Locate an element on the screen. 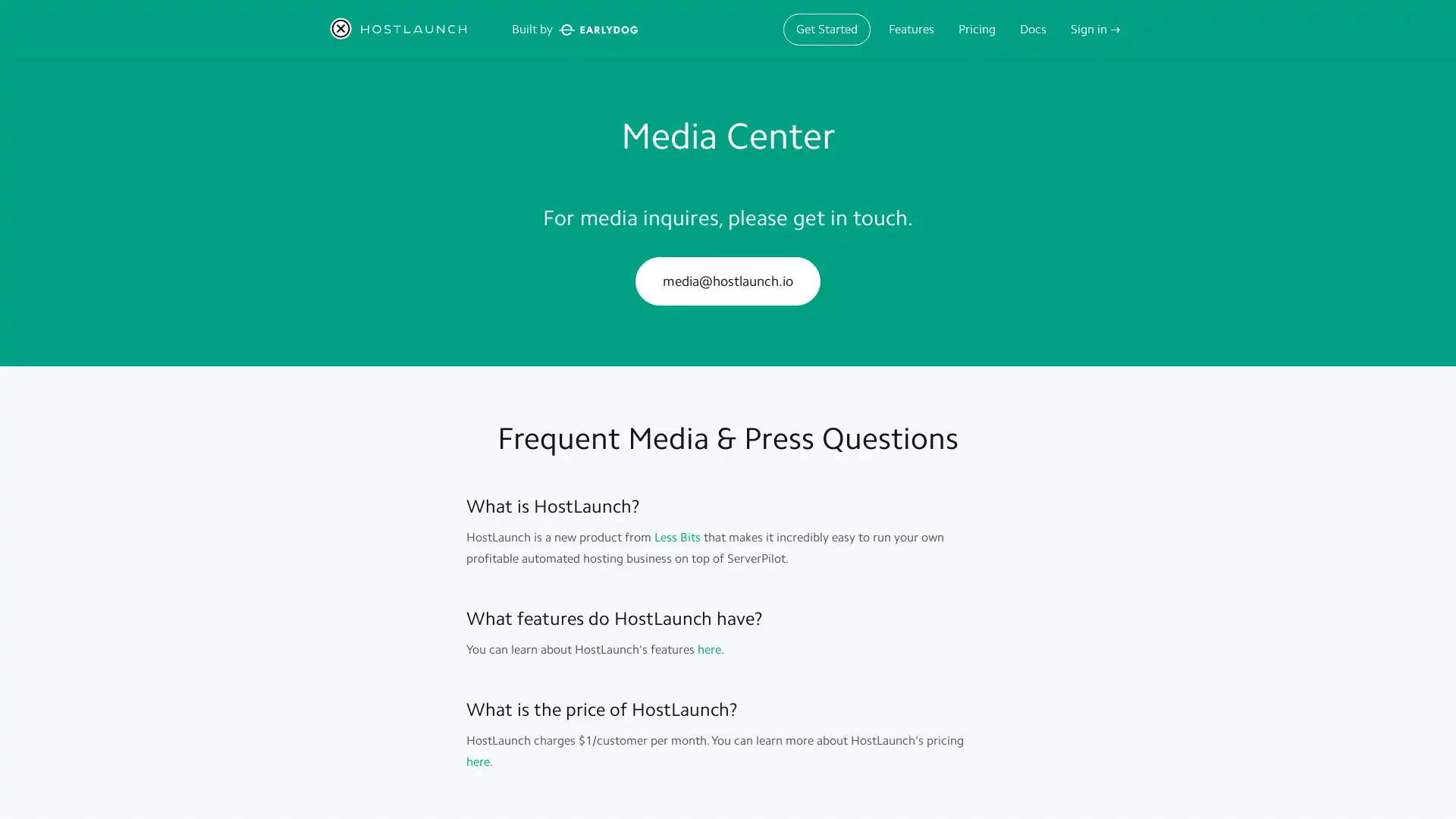 Image resolution: width=1456 pixels, height=819 pixels. Docs is located at coordinates (1032, 29).